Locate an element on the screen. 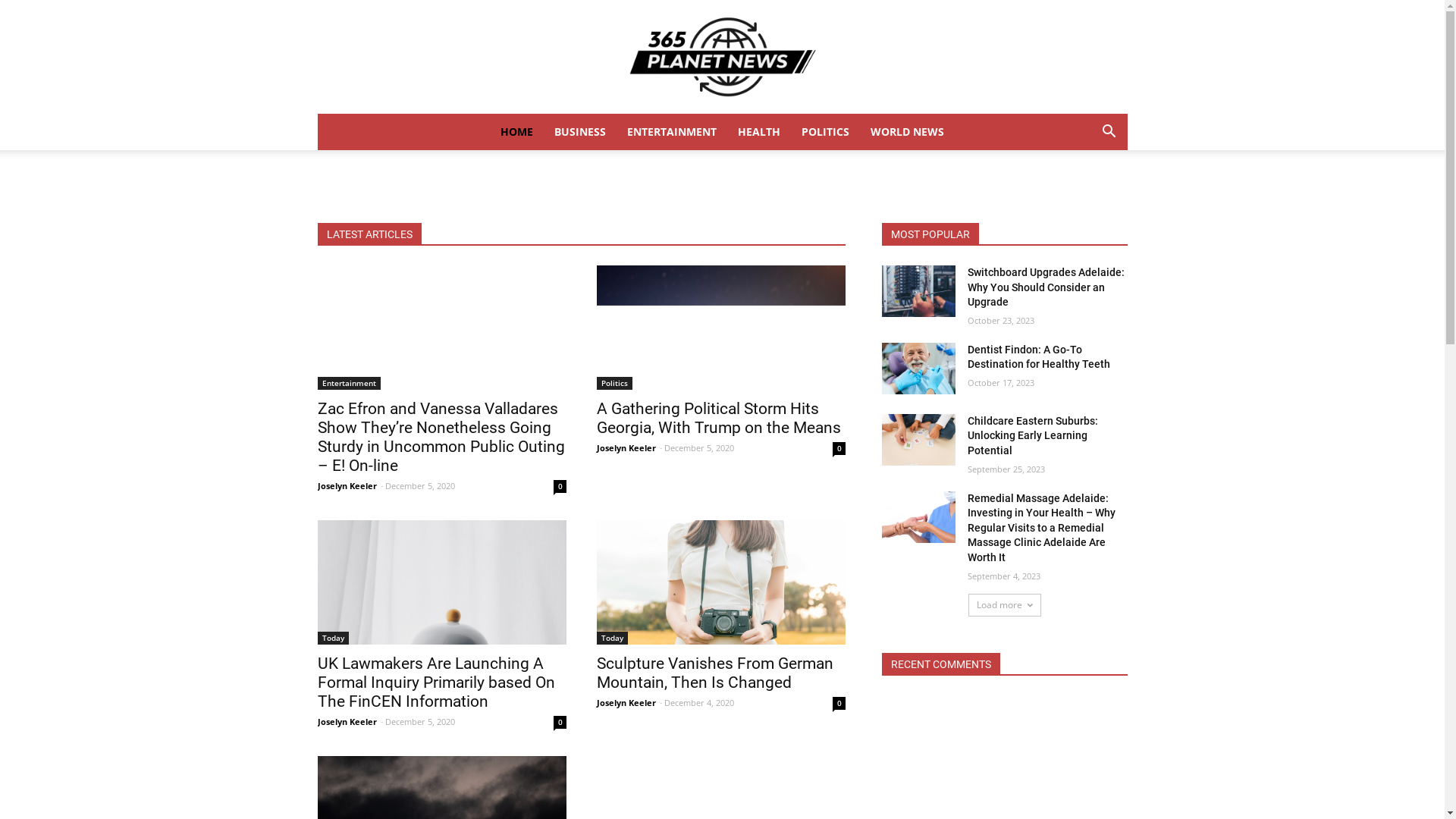 The image size is (1456, 819). 'ENTERTAINMENT' is located at coordinates (671, 130).